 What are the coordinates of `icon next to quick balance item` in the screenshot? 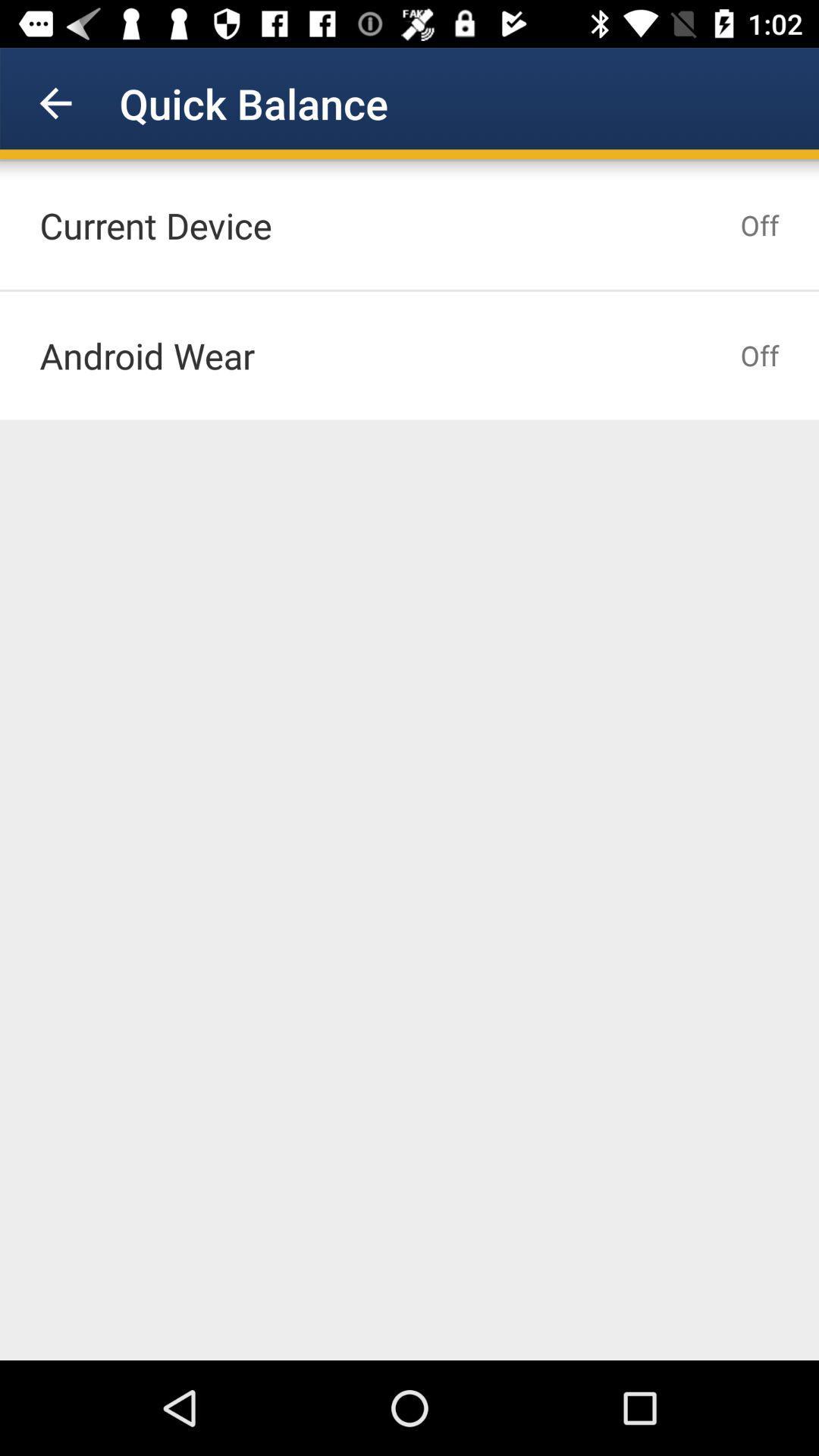 It's located at (55, 102).